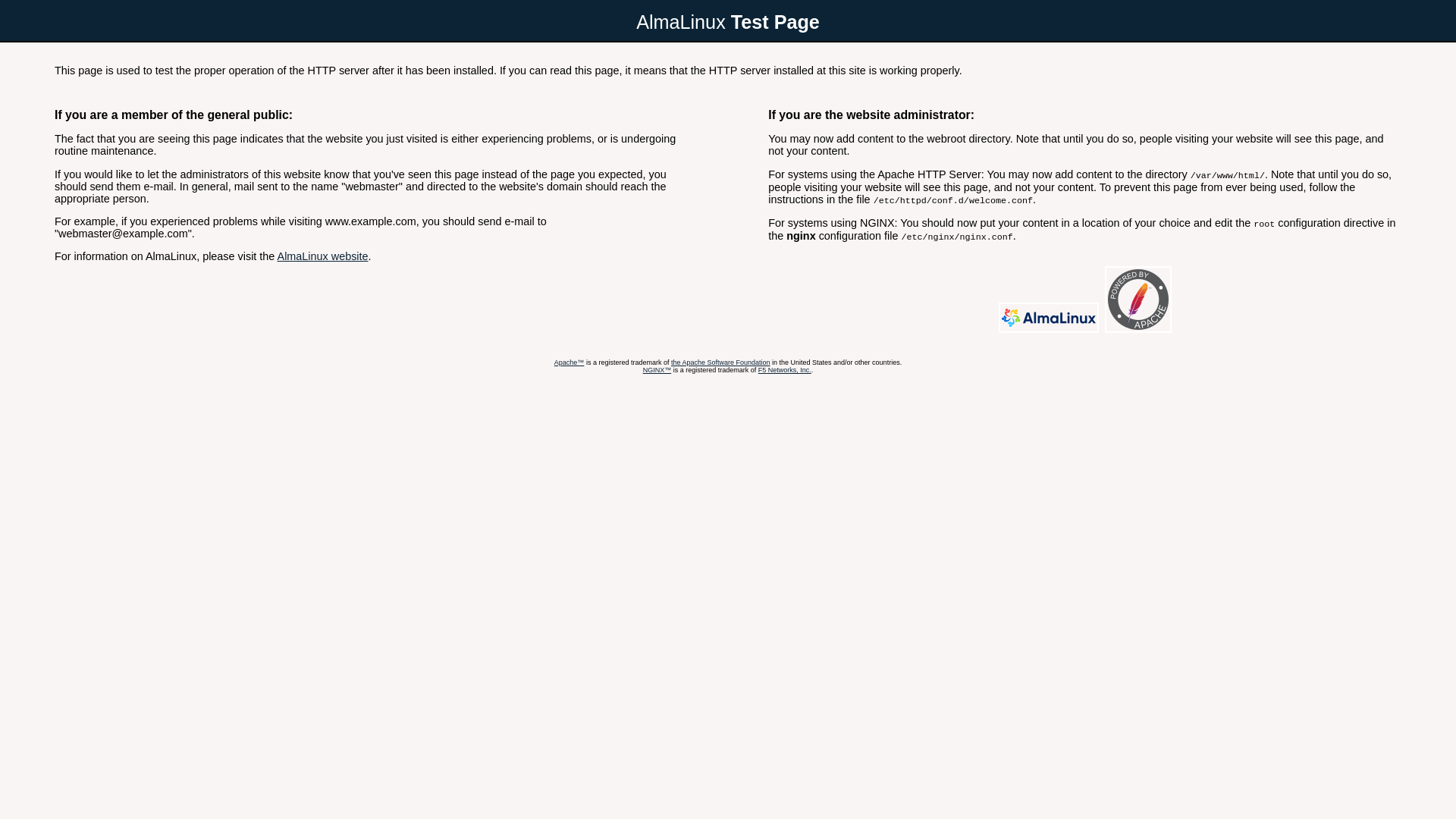 This screenshot has width=1456, height=819. I want to click on 'F5 Networks, Inc.', so click(758, 370).